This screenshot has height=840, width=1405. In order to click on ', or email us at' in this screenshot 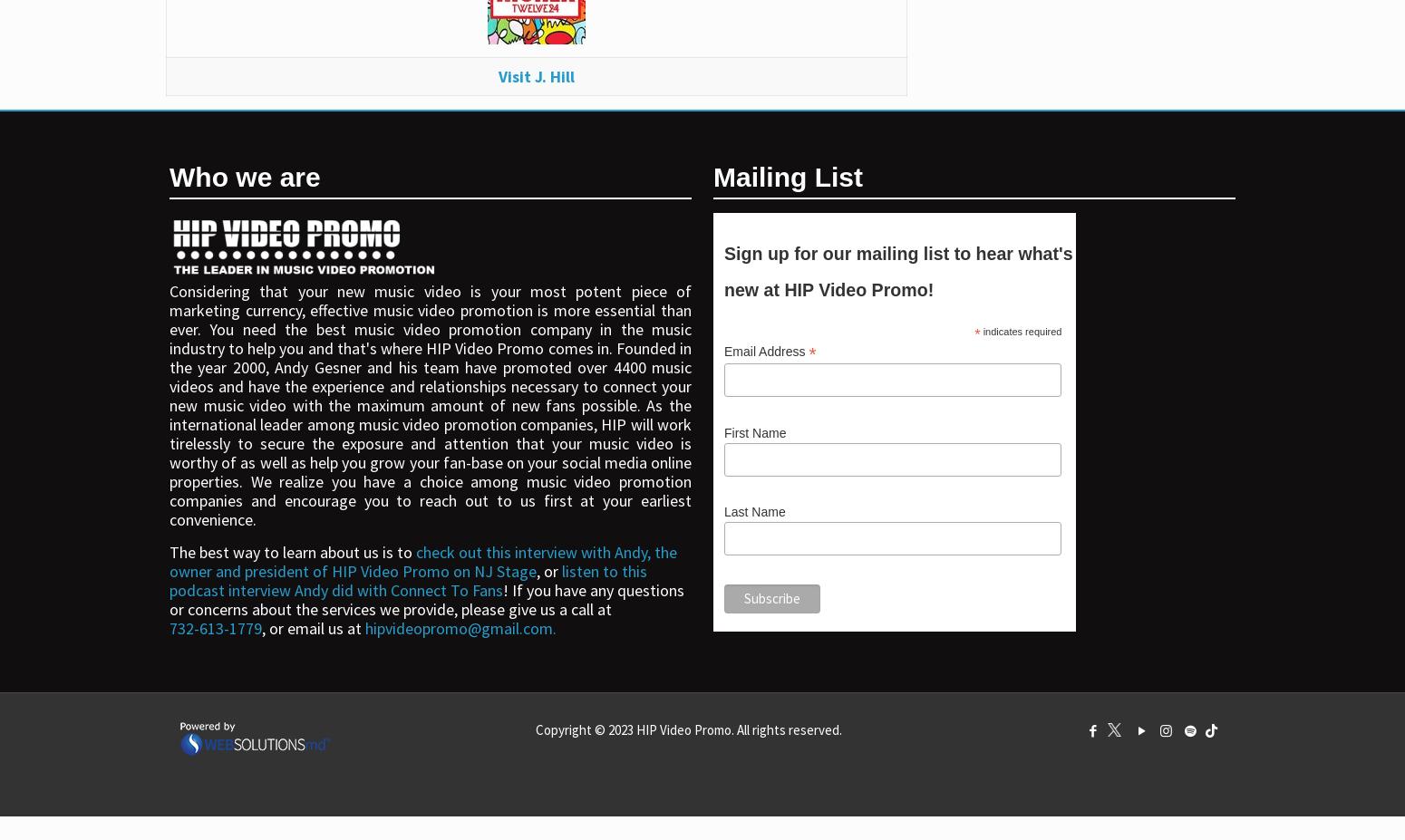, I will do `click(312, 626)`.